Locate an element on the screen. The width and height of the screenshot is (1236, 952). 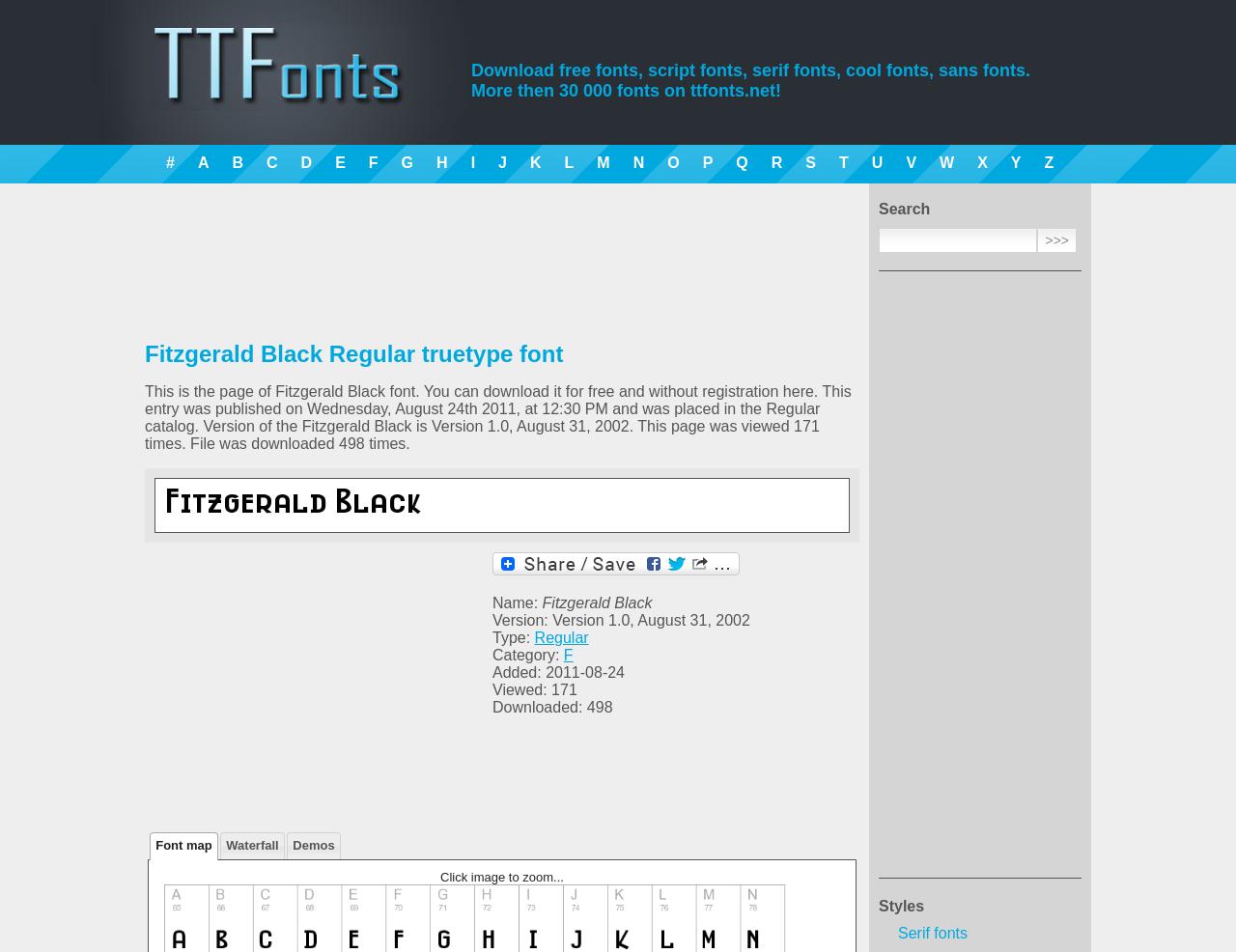
'Q' is located at coordinates (741, 161).